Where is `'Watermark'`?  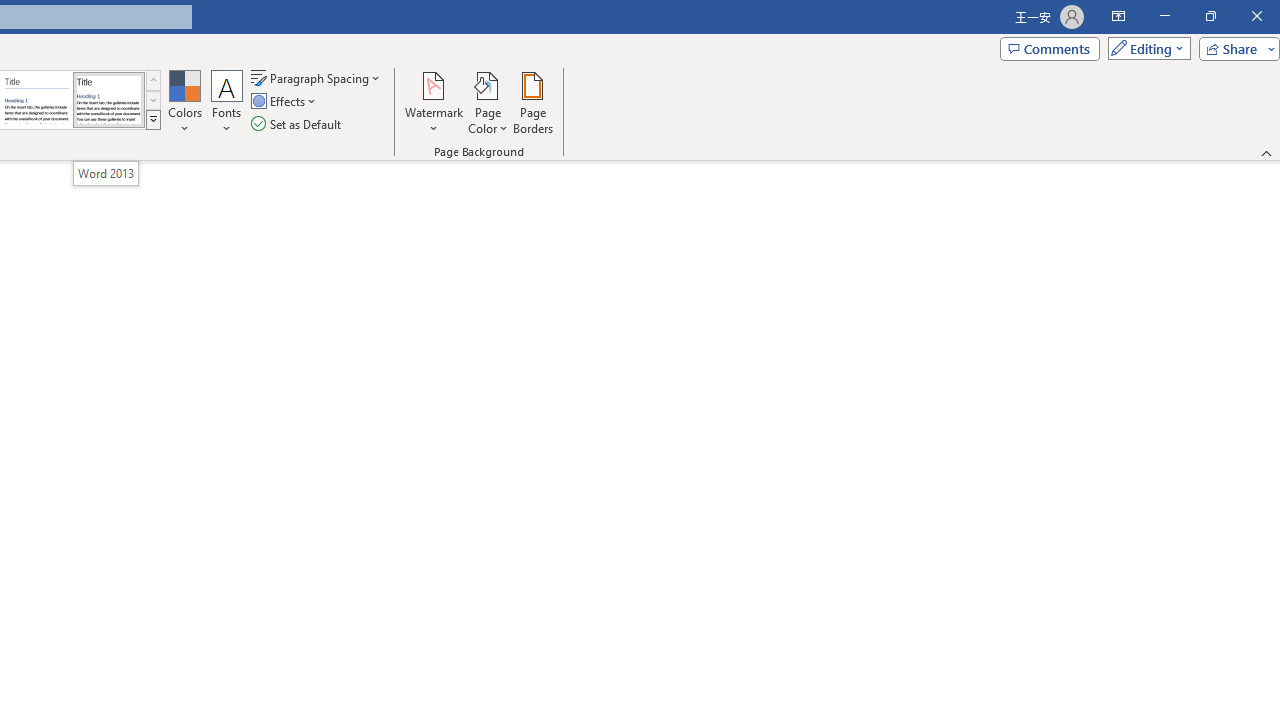 'Watermark' is located at coordinates (433, 103).